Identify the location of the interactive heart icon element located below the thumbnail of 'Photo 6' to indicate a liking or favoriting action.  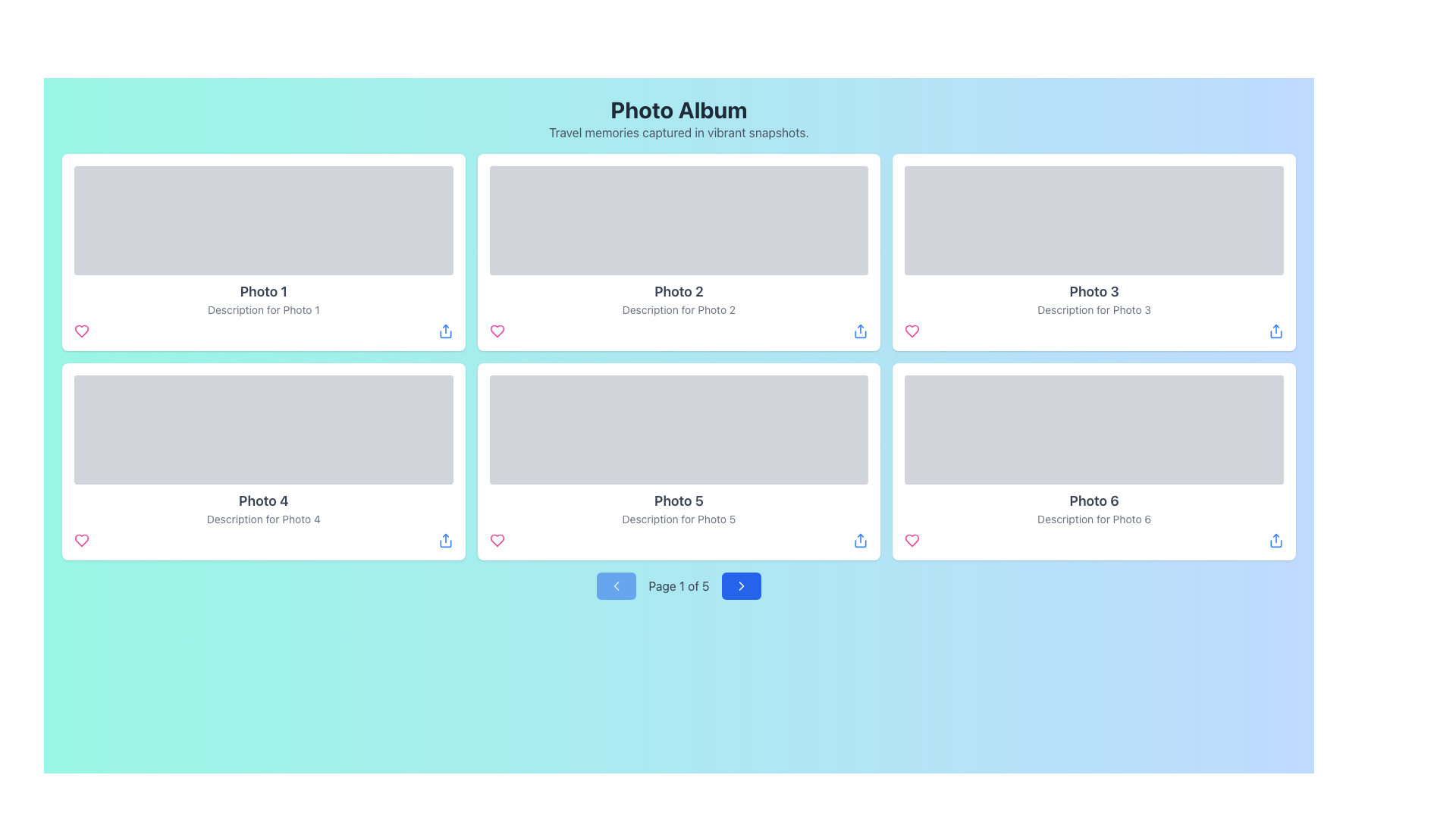
(497, 330).